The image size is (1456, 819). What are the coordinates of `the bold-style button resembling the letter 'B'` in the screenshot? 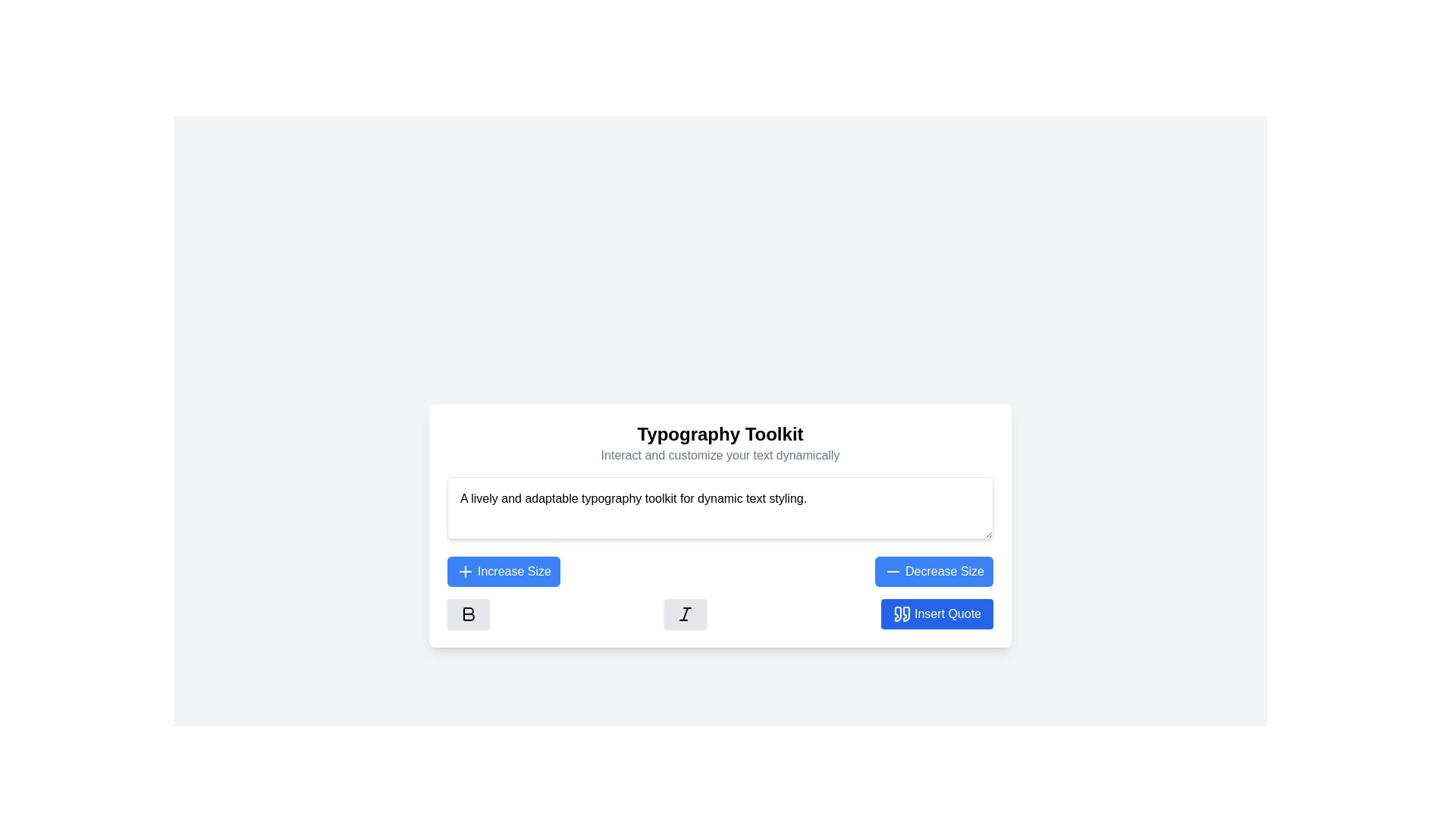 It's located at (468, 613).